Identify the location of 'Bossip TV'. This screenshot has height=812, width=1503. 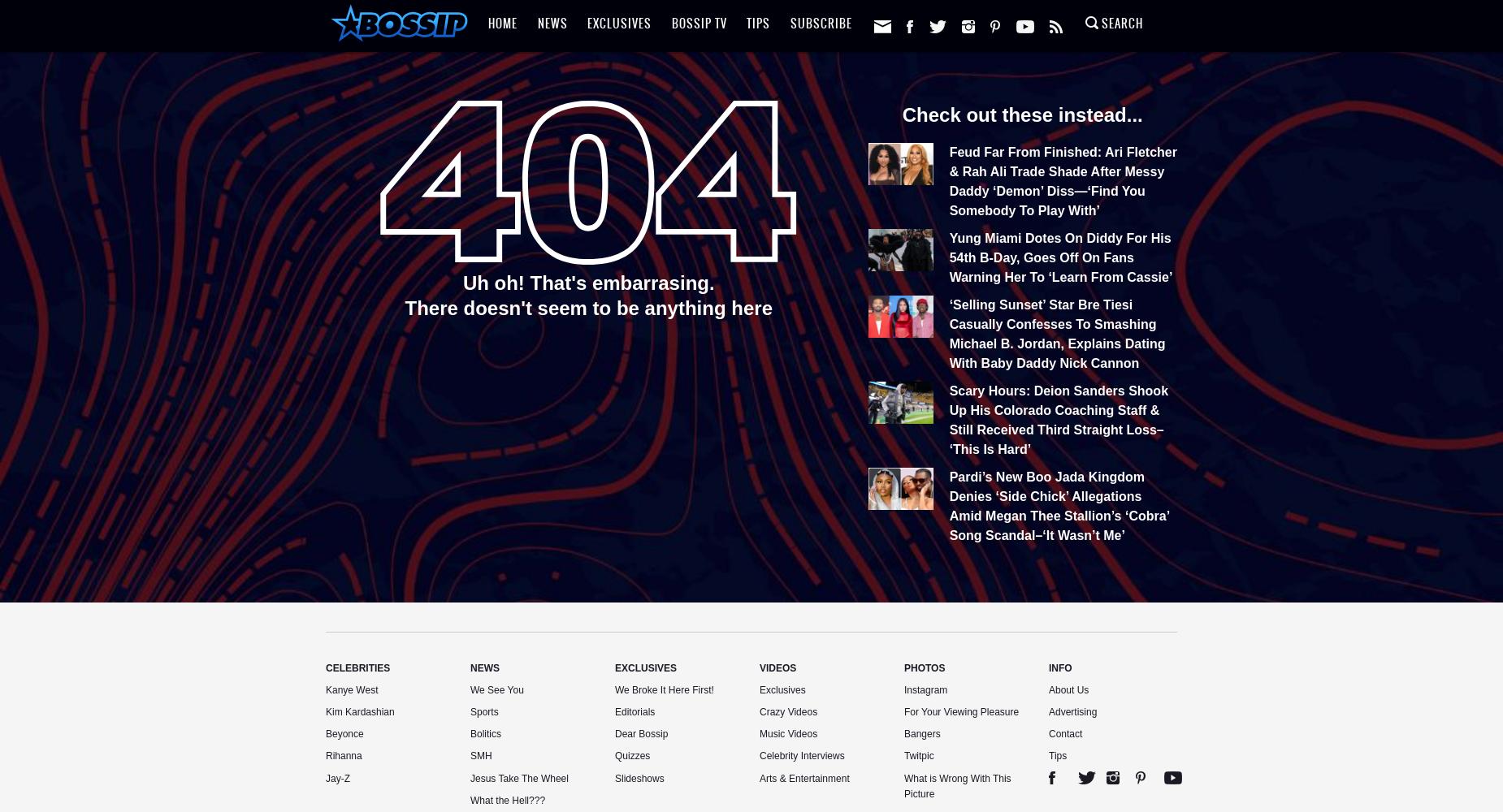
(699, 24).